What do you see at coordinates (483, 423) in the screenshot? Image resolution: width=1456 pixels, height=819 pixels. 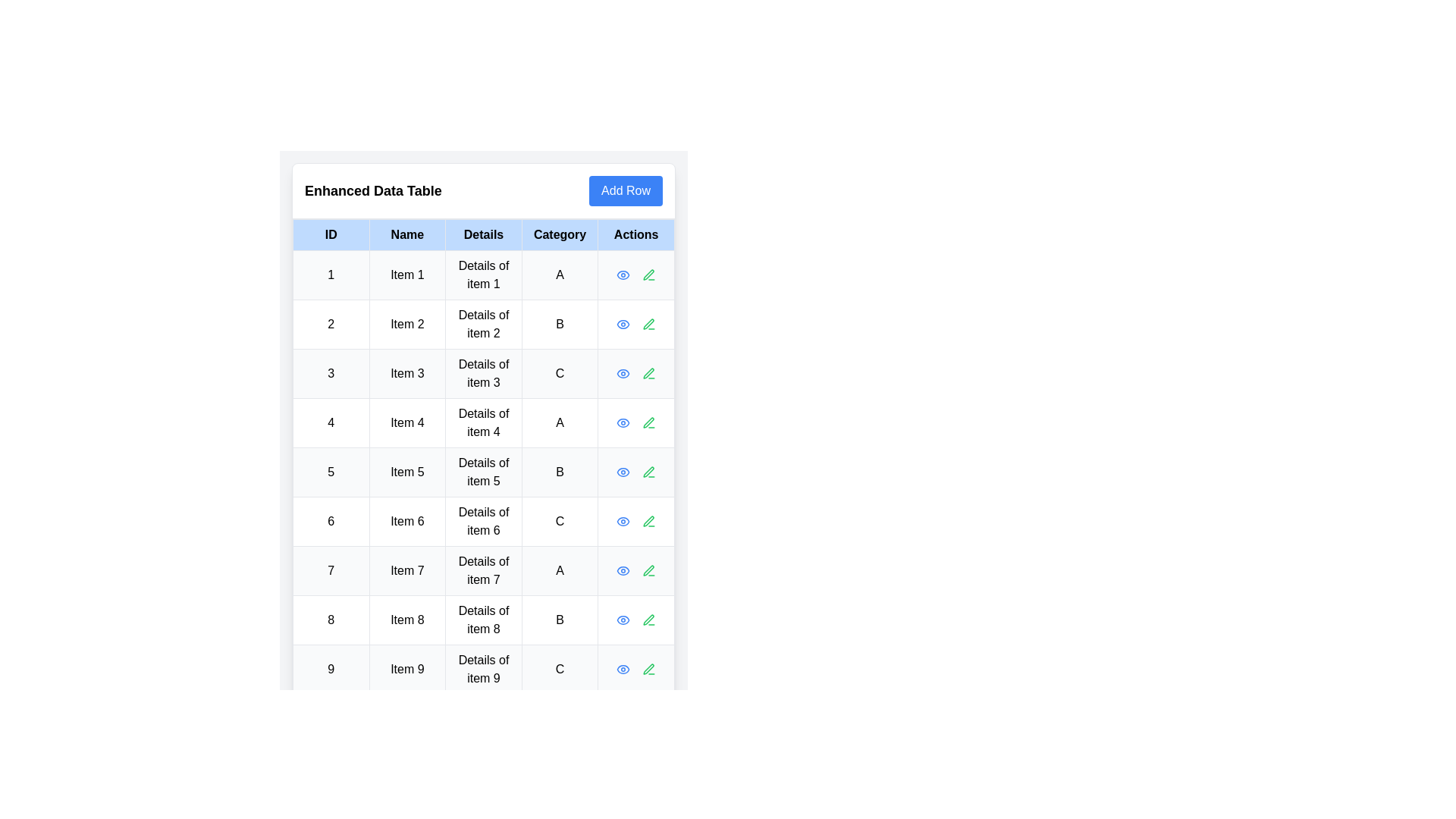 I see `the table cell displaying details for the fourth item in the table, located in the fourth row and third column, adjacent to 'Item 4' and 'A'` at bounding box center [483, 423].